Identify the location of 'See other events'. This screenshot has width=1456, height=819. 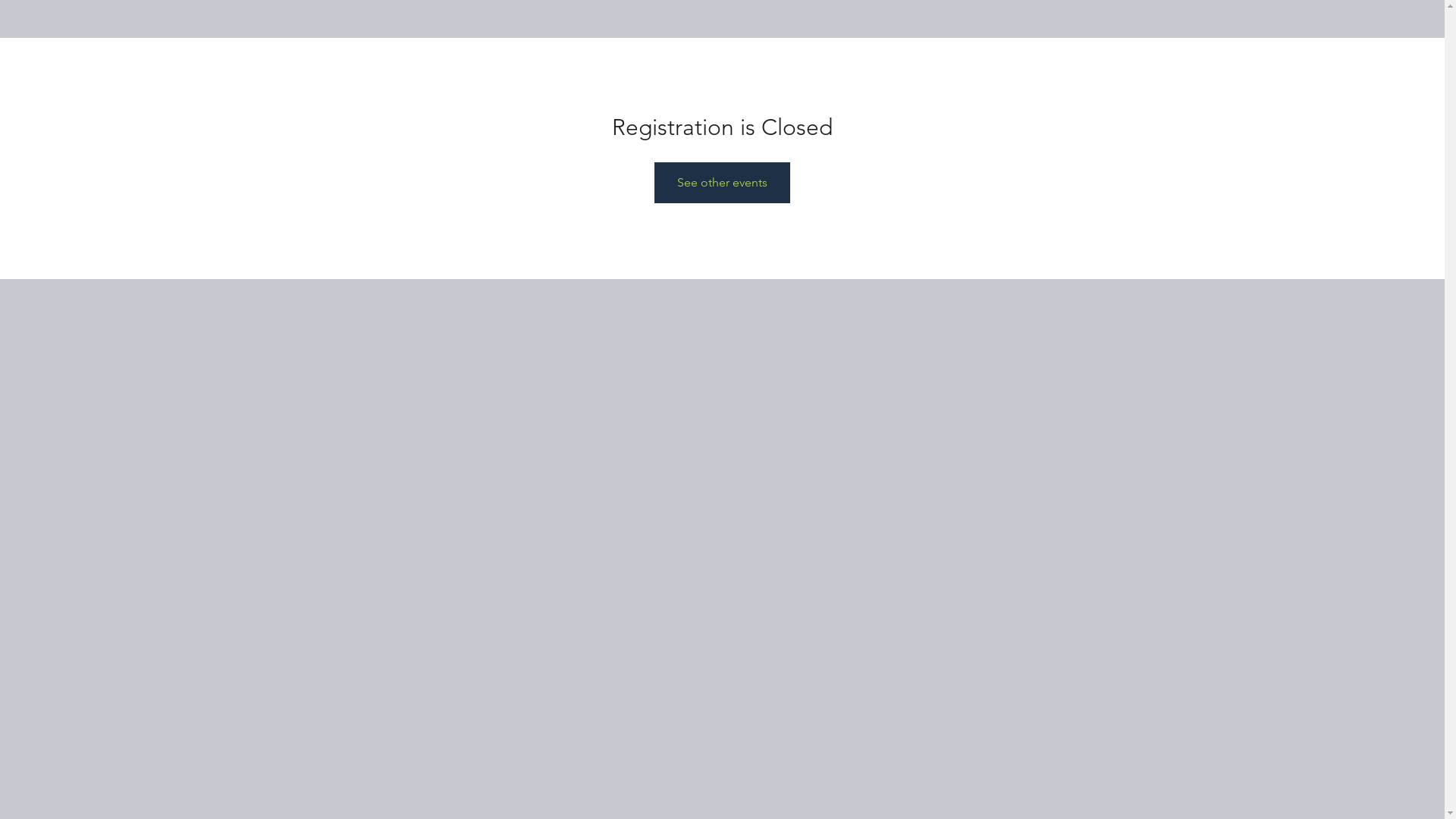
(721, 181).